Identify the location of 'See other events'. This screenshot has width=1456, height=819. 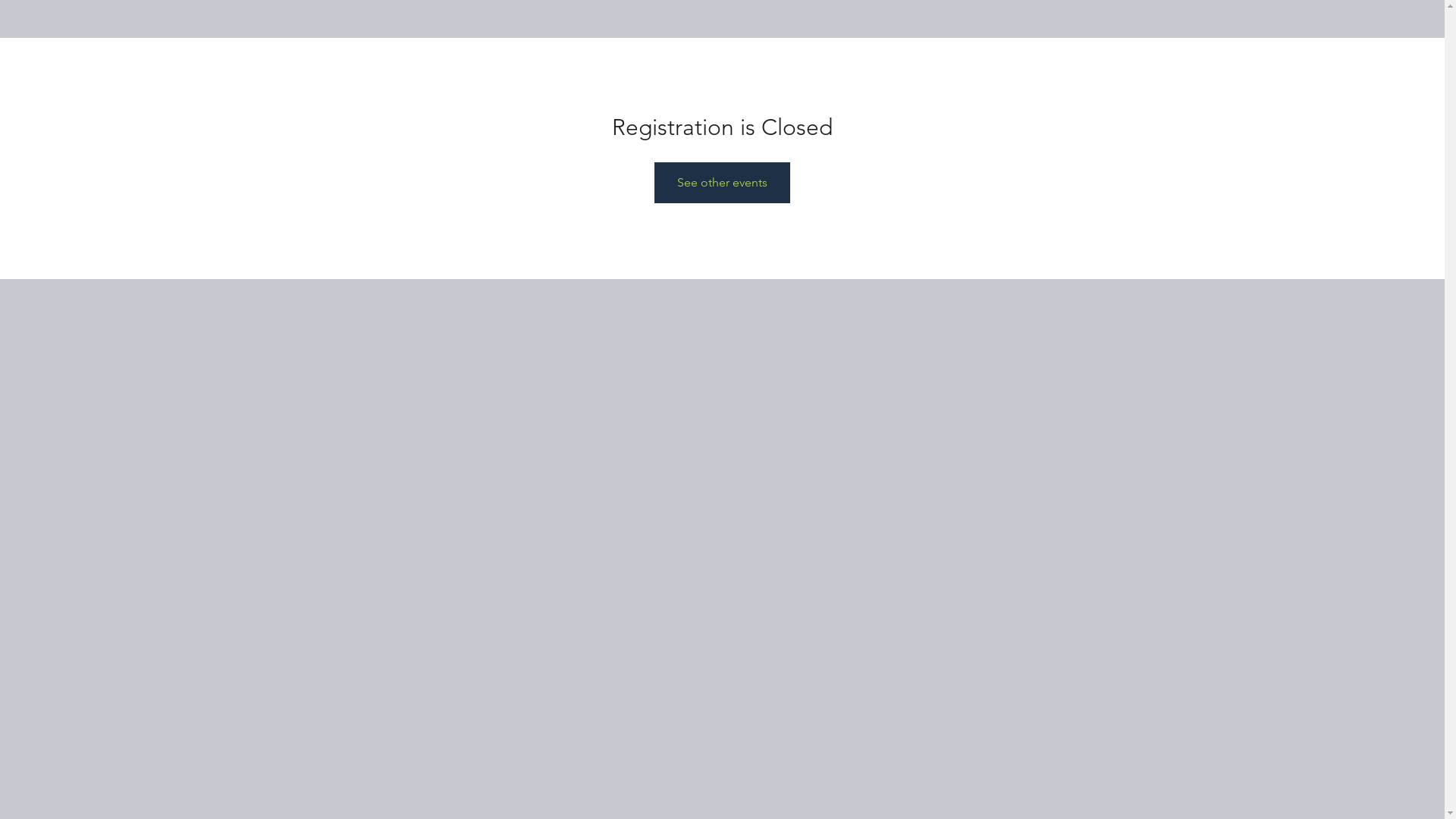
(721, 181).